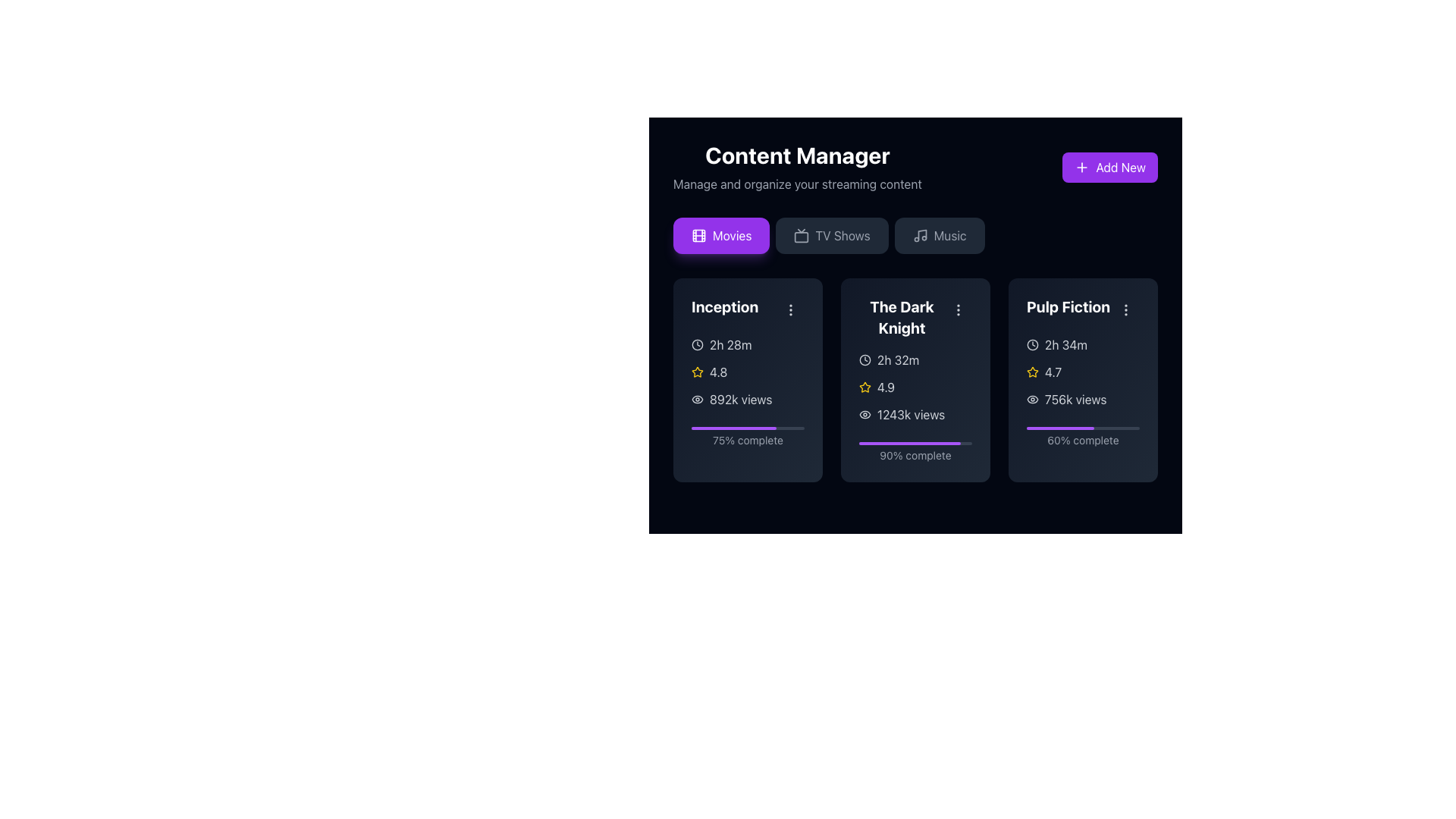  Describe the element at coordinates (865, 415) in the screenshot. I see `the viewership icon located to the left of the '1243k views' text within 'The Dark Knight' card` at that location.